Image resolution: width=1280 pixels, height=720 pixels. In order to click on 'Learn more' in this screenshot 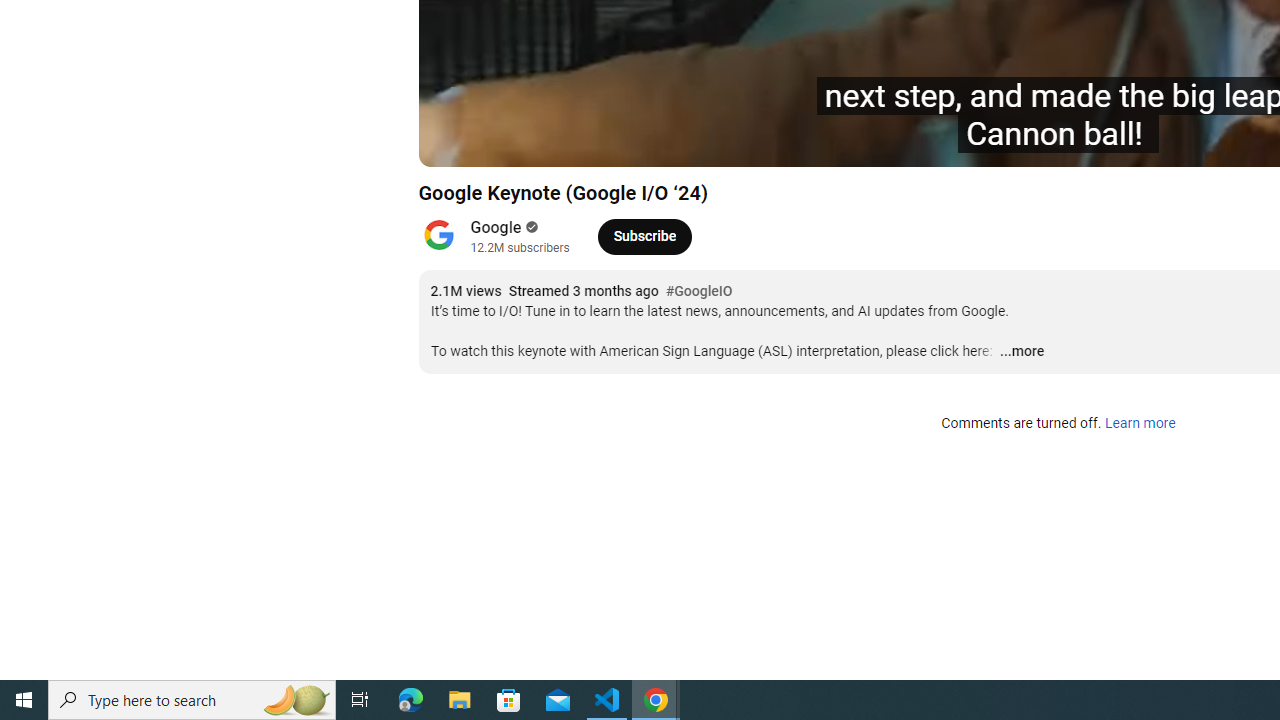, I will do `click(1139, 423)`.